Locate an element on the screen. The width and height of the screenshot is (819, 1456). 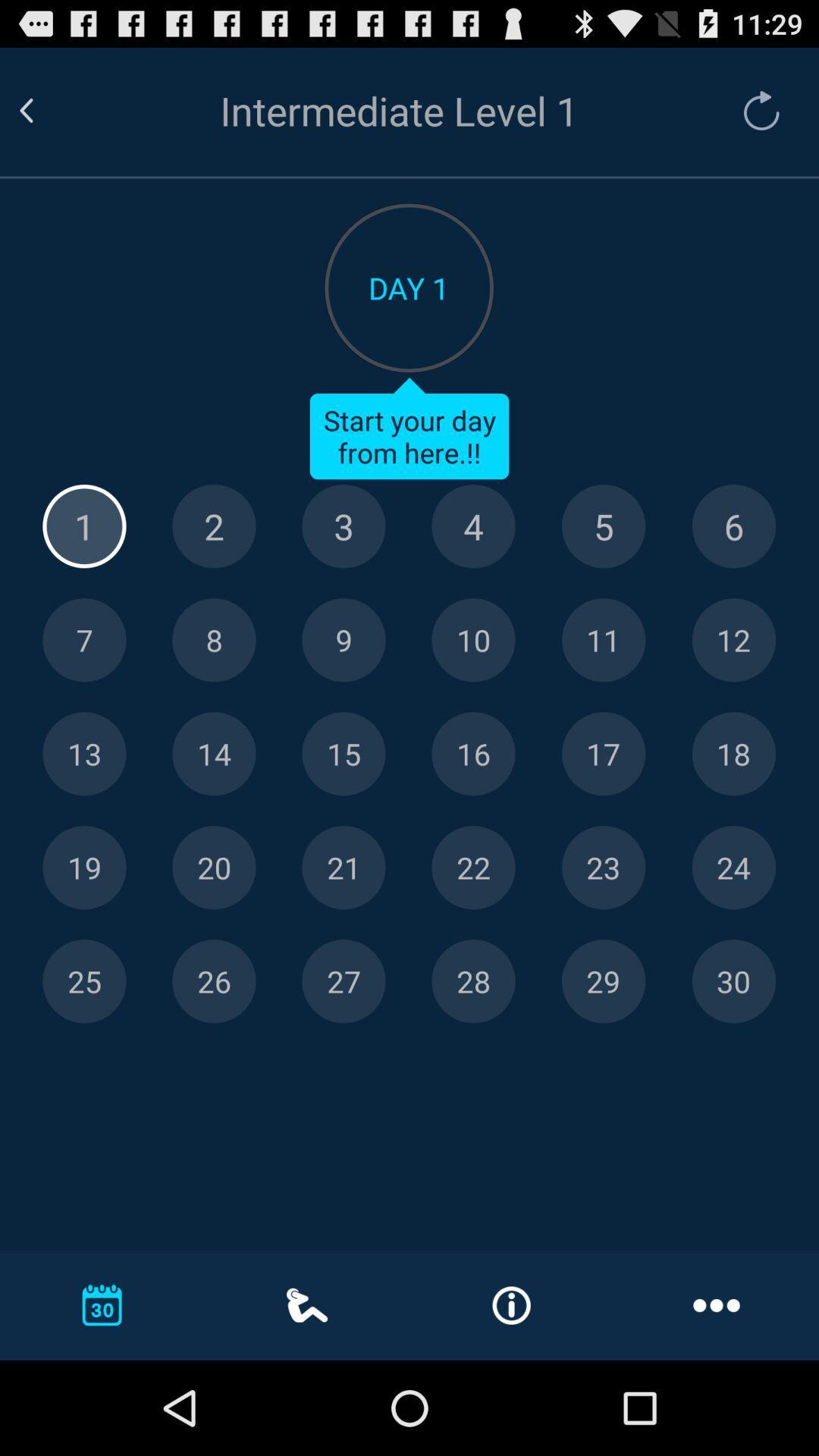
refresh is located at coordinates (754, 110).